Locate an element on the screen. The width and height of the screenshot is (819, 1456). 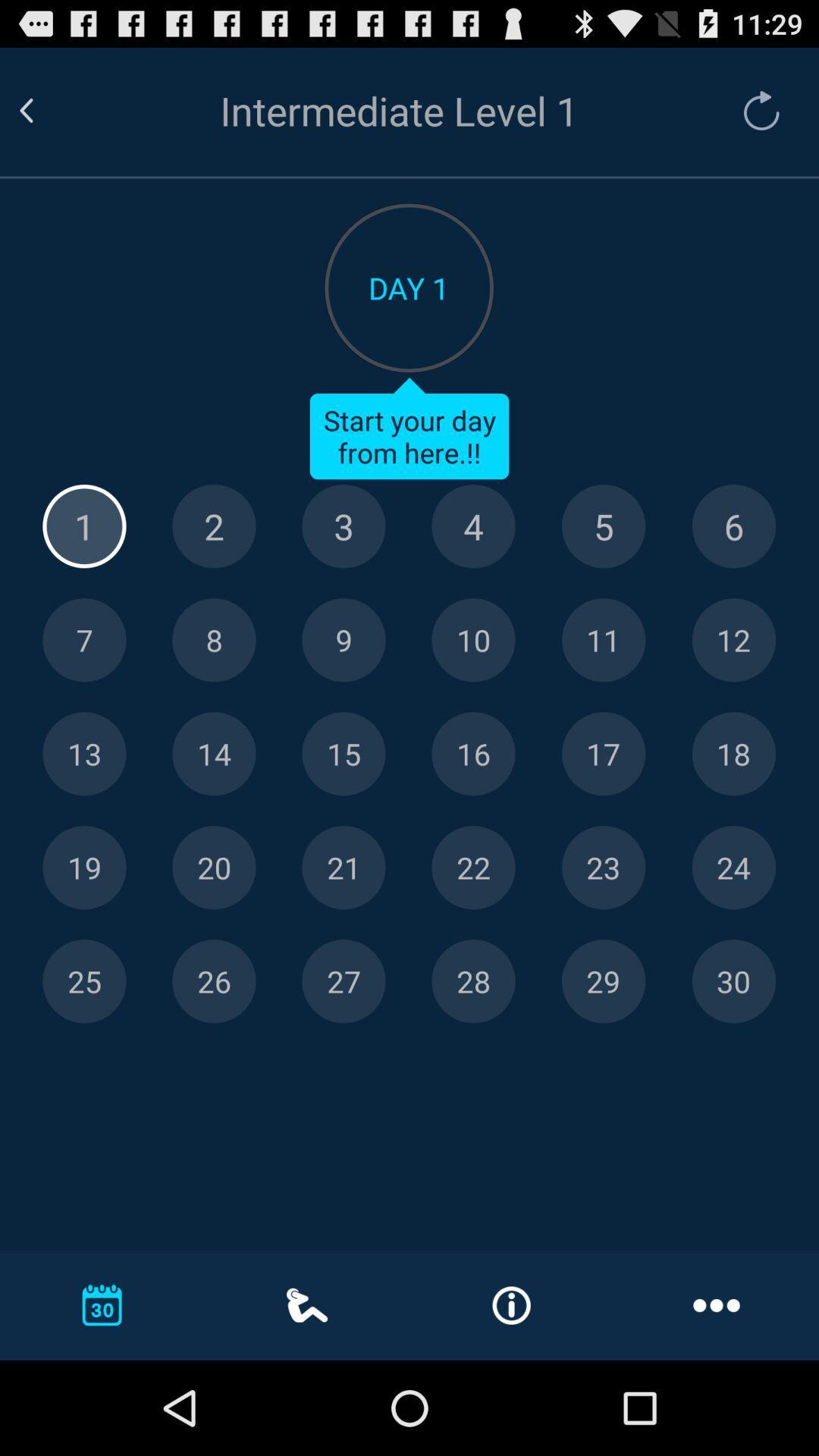
refresh is located at coordinates (754, 110).